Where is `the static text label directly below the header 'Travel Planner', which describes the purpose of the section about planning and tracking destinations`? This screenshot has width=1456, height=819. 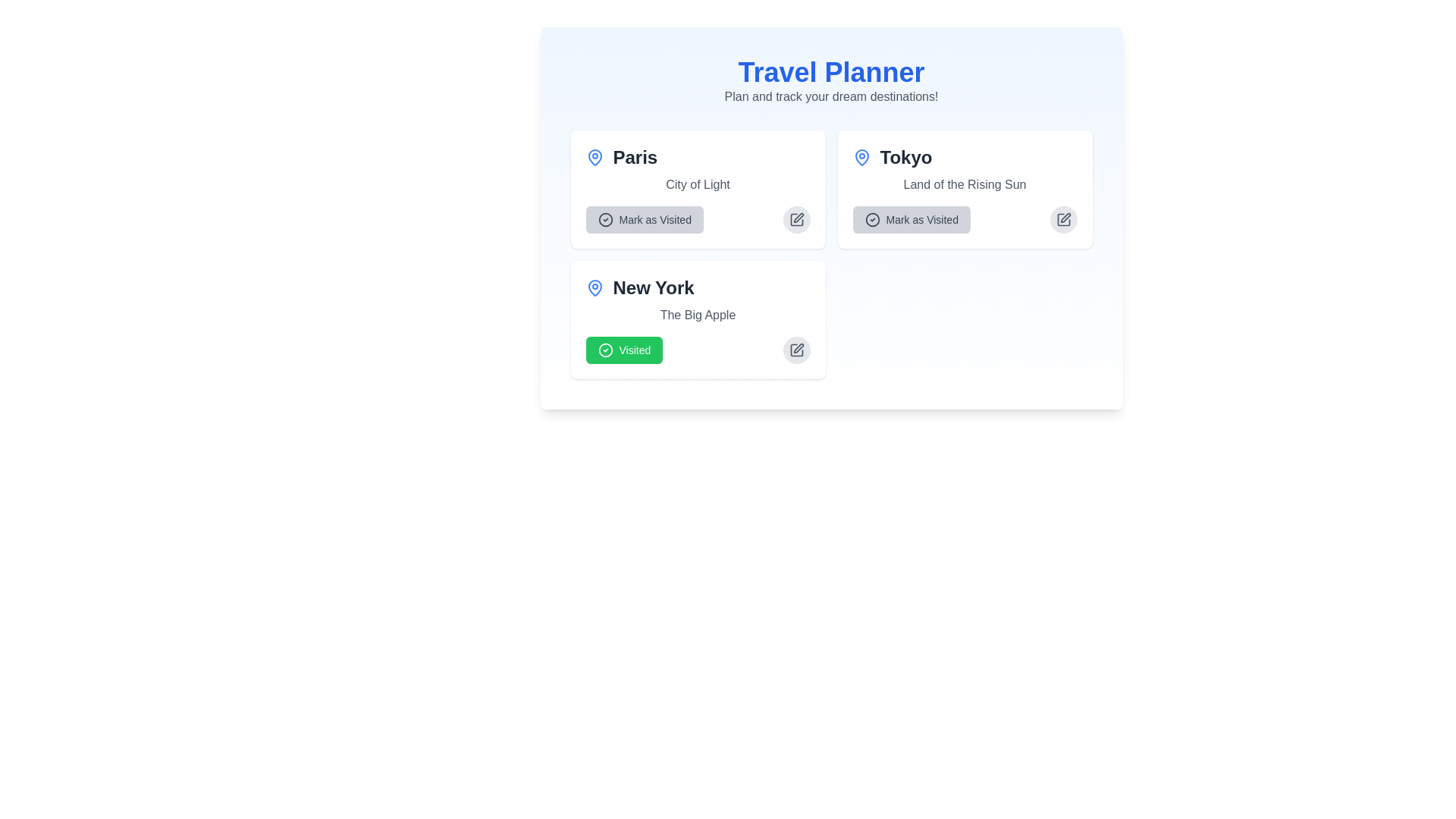
the static text label directly below the header 'Travel Planner', which describes the purpose of the section about planning and tracking destinations is located at coordinates (830, 96).